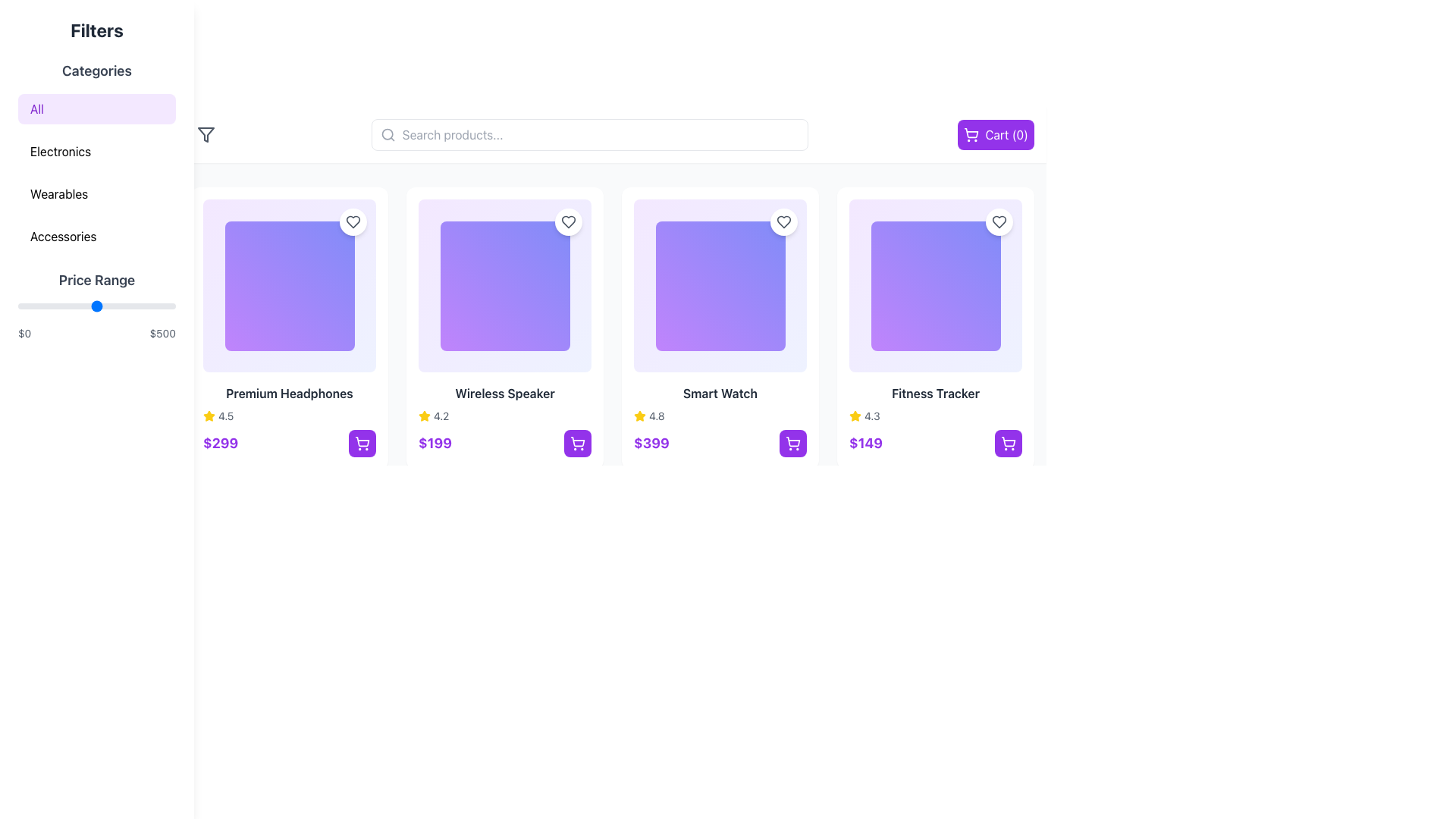  What do you see at coordinates (567, 222) in the screenshot?
I see `the heart icon in the top-right corner of the 'Wireless Speaker' product card to mark it as a favorite` at bounding box center [567, 222].